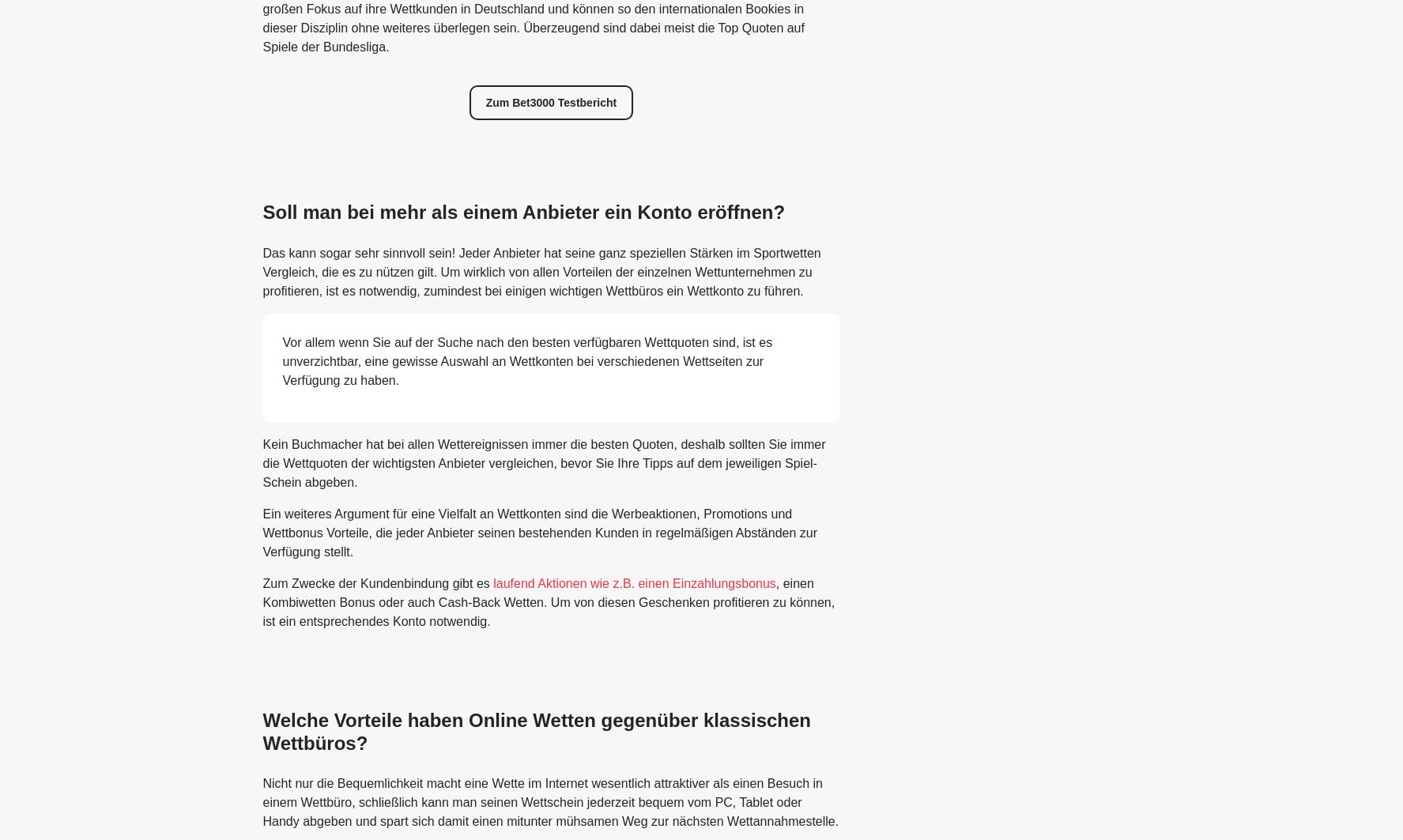  Describe the element at coordinates (539, 531) in the screenshot. I see `'Ein weiteres Argument für eine Vielfalt an Wettkonten sind die Werbeaktionen, Promotions und Wettbonus Vorteile, die jeder Anbieter seinen bestehenden Kunden in regelmäßigen Abständen zur Verfügung stellt.'` at that location.